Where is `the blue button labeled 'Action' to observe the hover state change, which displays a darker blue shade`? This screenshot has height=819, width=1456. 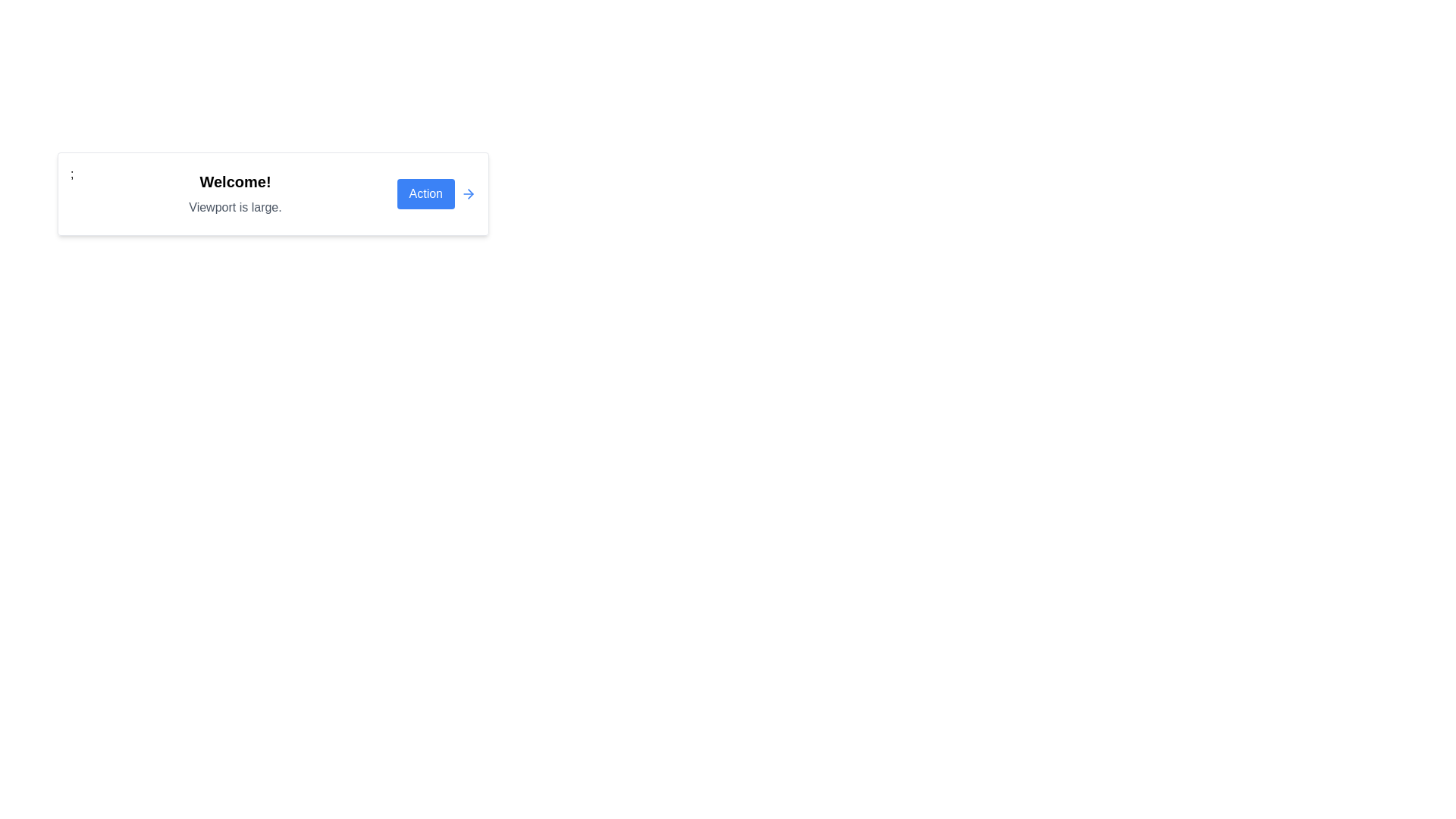
the blue button labeled 'Action' to observe the hover state change, which displays a darker blue shade is located at coordinates (435, 193).